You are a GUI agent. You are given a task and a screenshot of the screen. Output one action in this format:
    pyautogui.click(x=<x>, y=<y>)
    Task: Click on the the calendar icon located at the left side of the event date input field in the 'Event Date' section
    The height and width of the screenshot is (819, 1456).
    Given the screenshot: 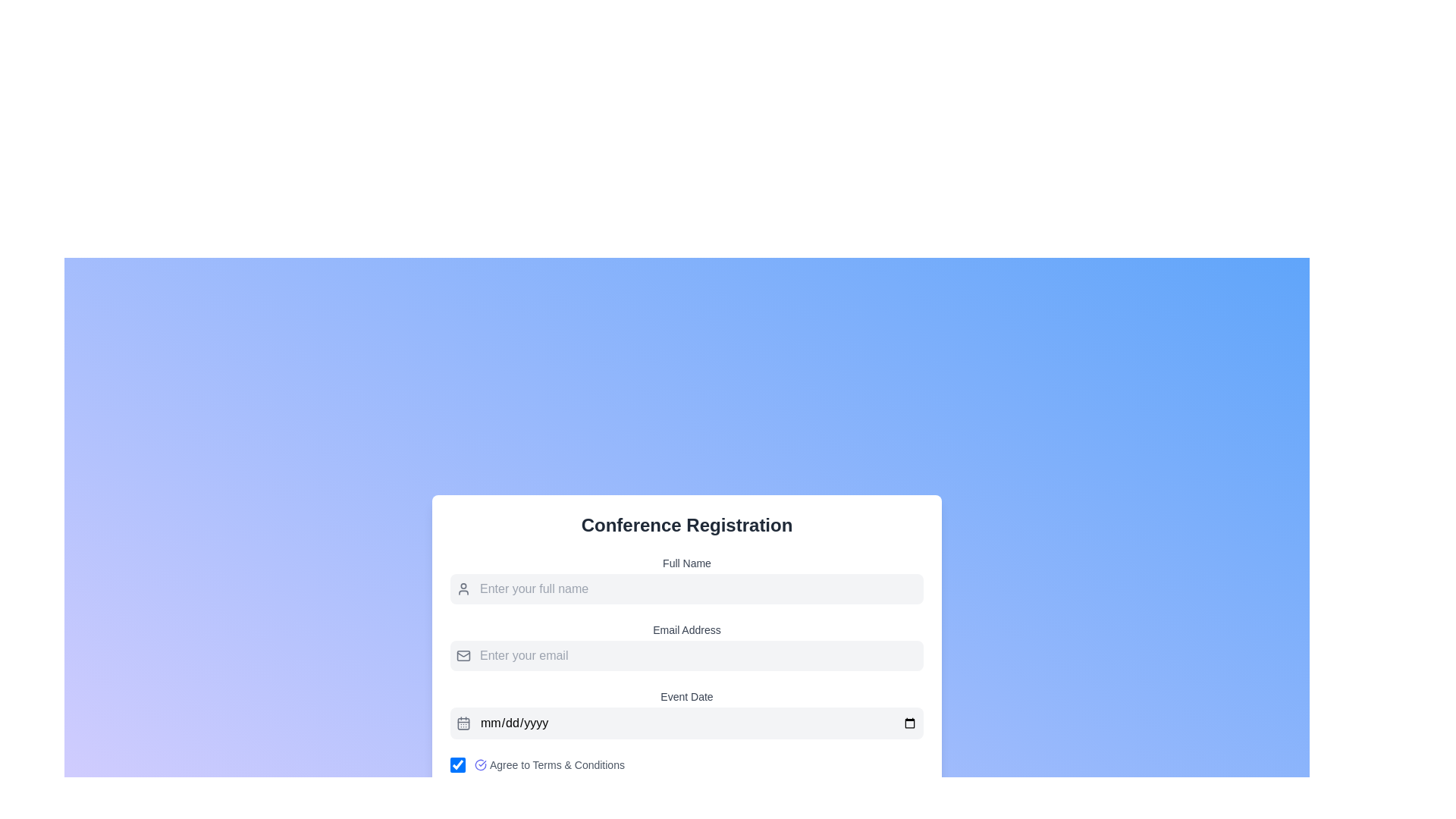 What is the action you would take?
    pyautogui.click(x=463, y=722)
    